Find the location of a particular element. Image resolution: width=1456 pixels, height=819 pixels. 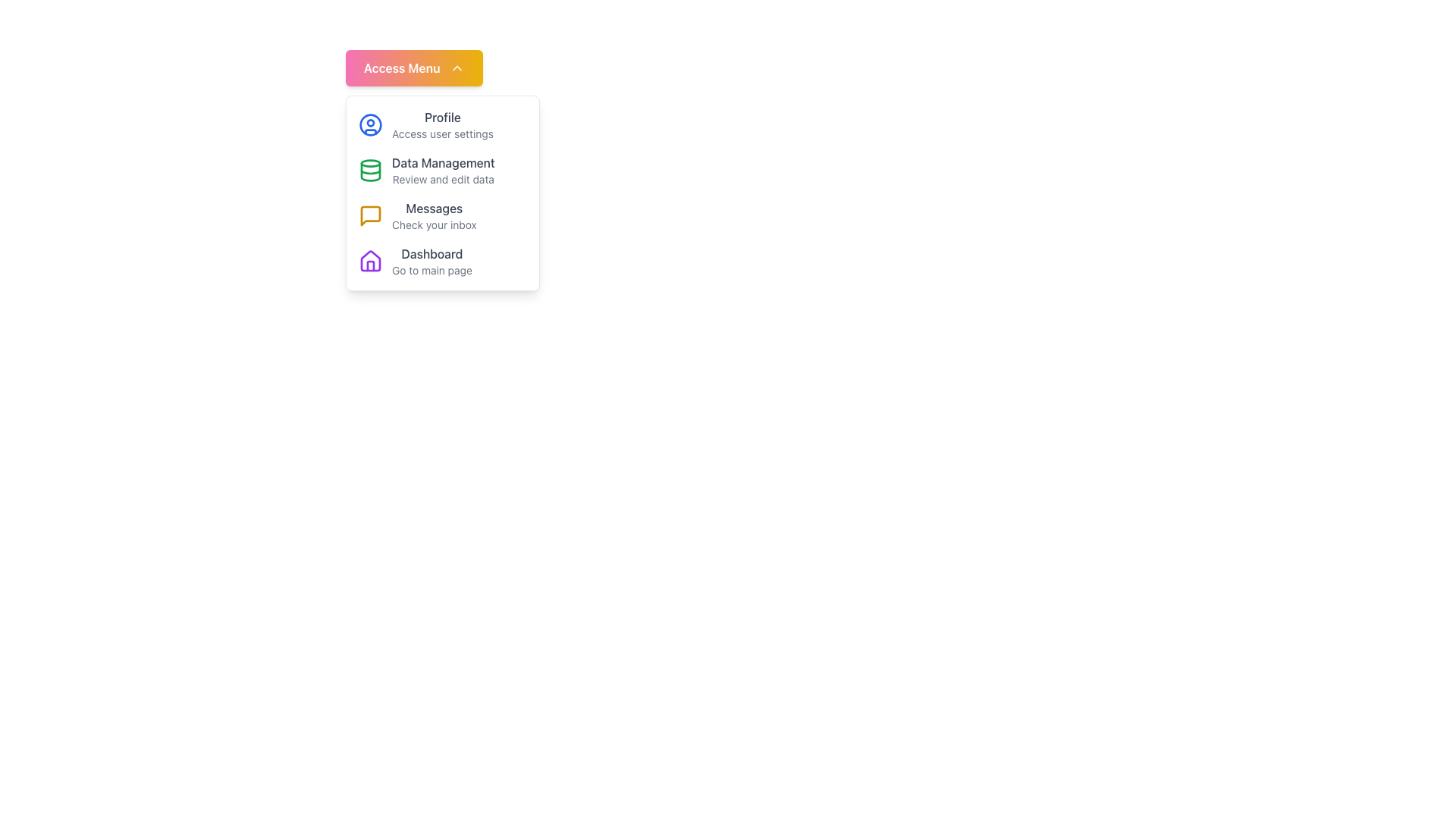

the 'Data Management' menu item in the dropdown menu is located at coordinates (442, 170).